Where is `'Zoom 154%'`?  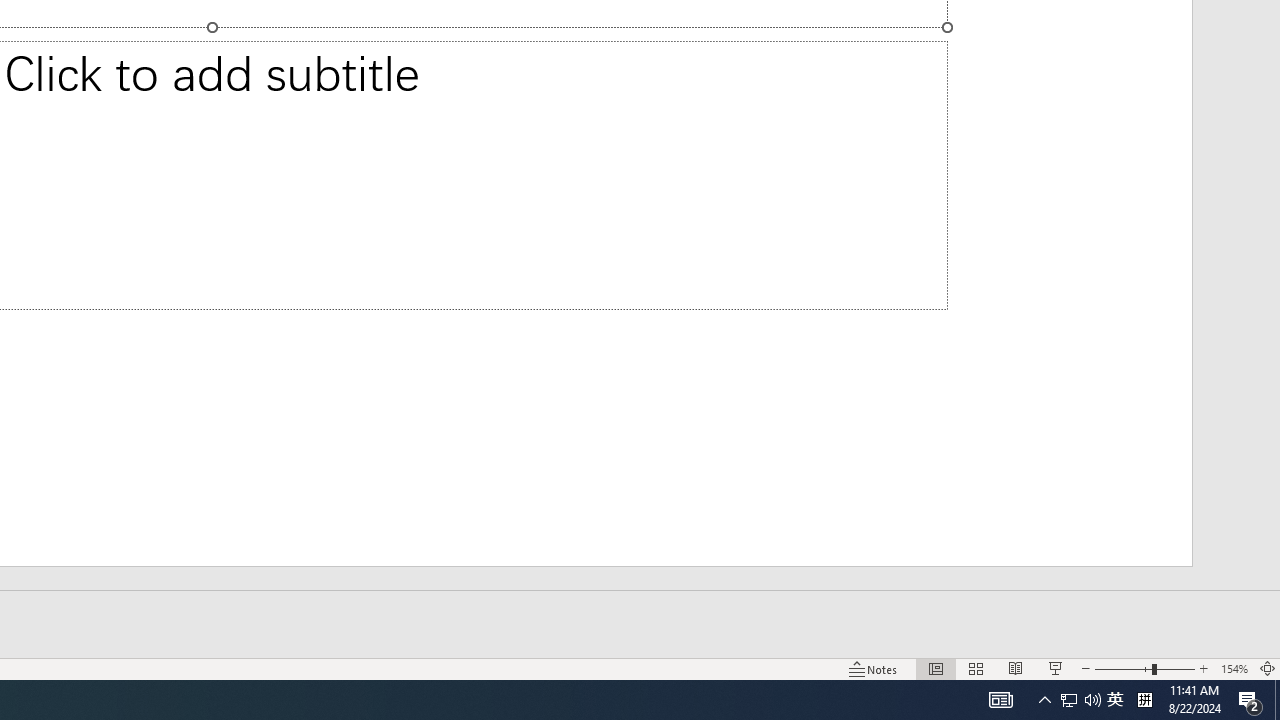
'Zoom 154%' is located at coordinates (1233, 669).